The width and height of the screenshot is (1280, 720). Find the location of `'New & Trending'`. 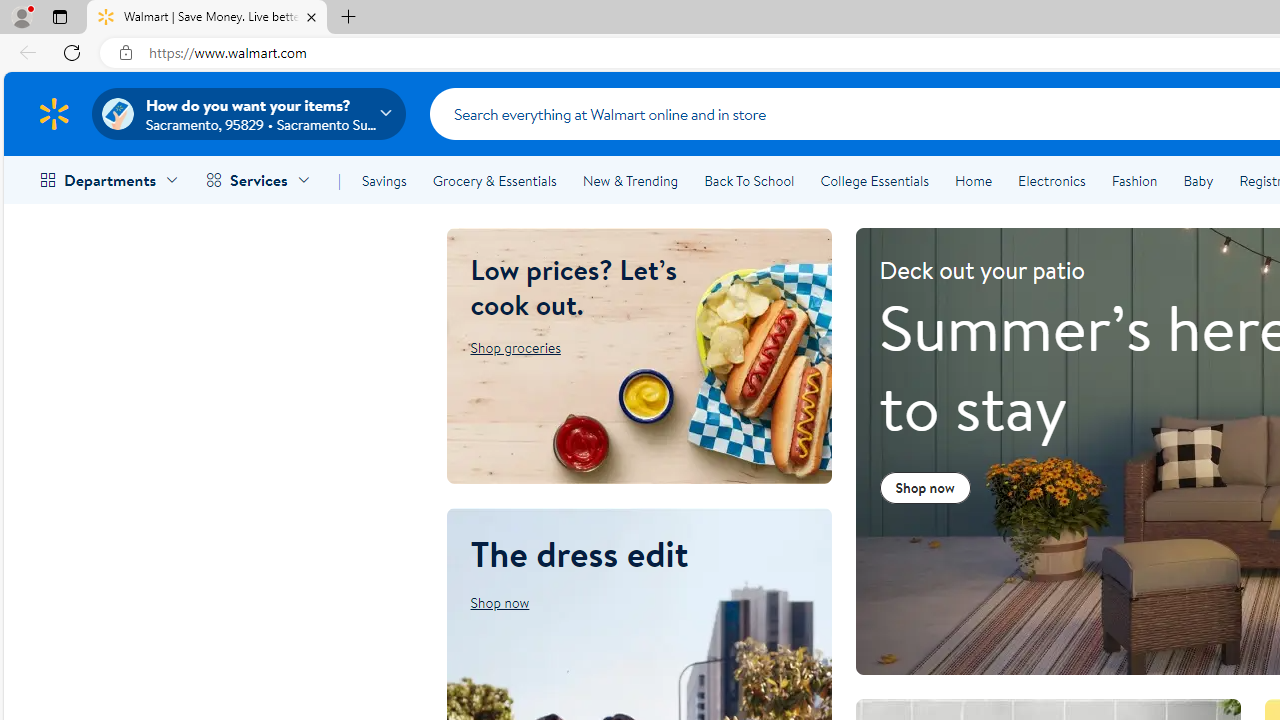

'New & Trending' is located at coordinates (630, 181).